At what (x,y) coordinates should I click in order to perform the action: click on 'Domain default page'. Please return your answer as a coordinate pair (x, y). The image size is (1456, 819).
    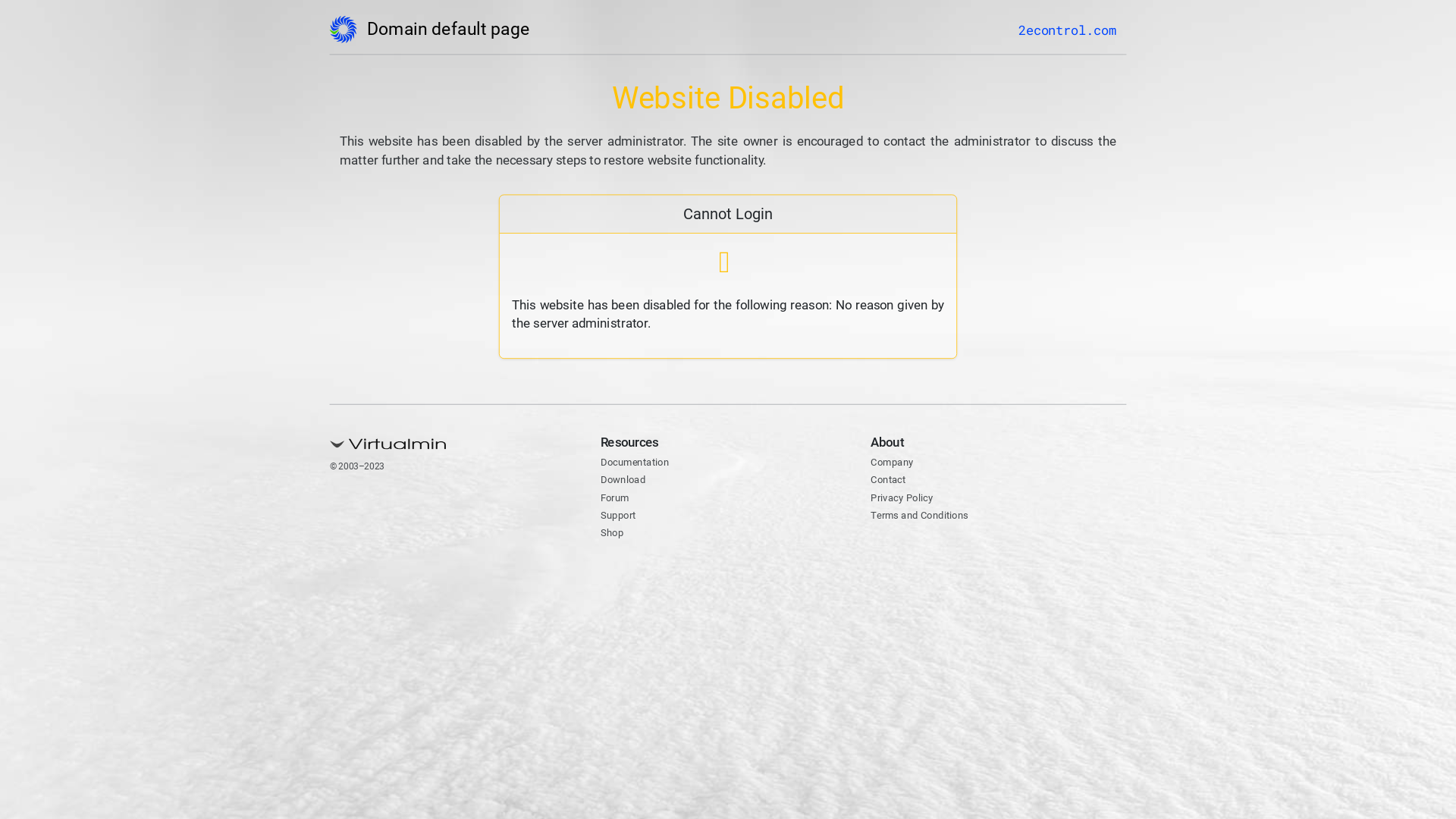
    Looking at the image, I should click on (450, 32).